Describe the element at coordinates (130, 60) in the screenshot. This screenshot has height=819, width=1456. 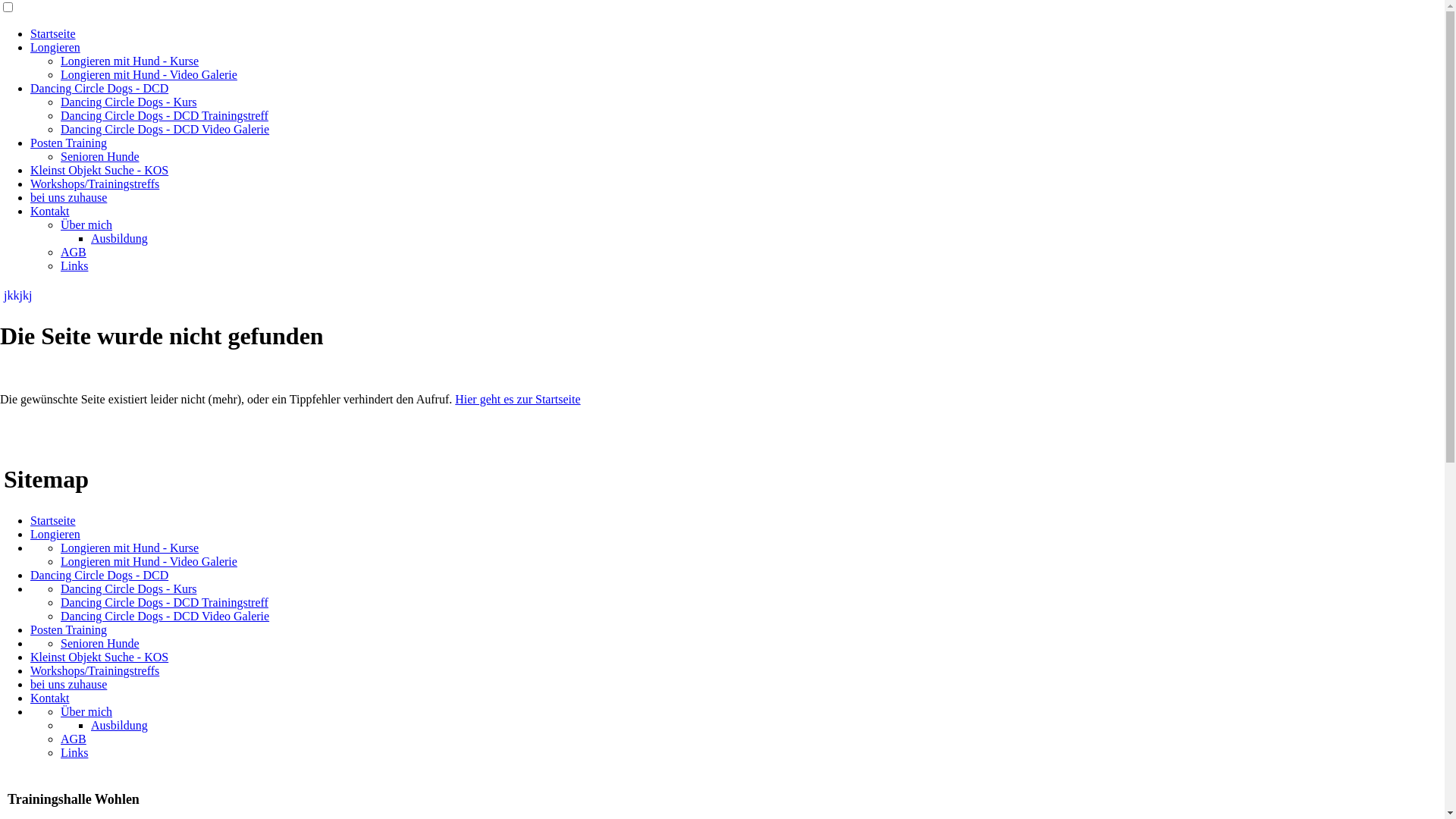
I see `'Longieren mit Hund - Kurse'` at that location.